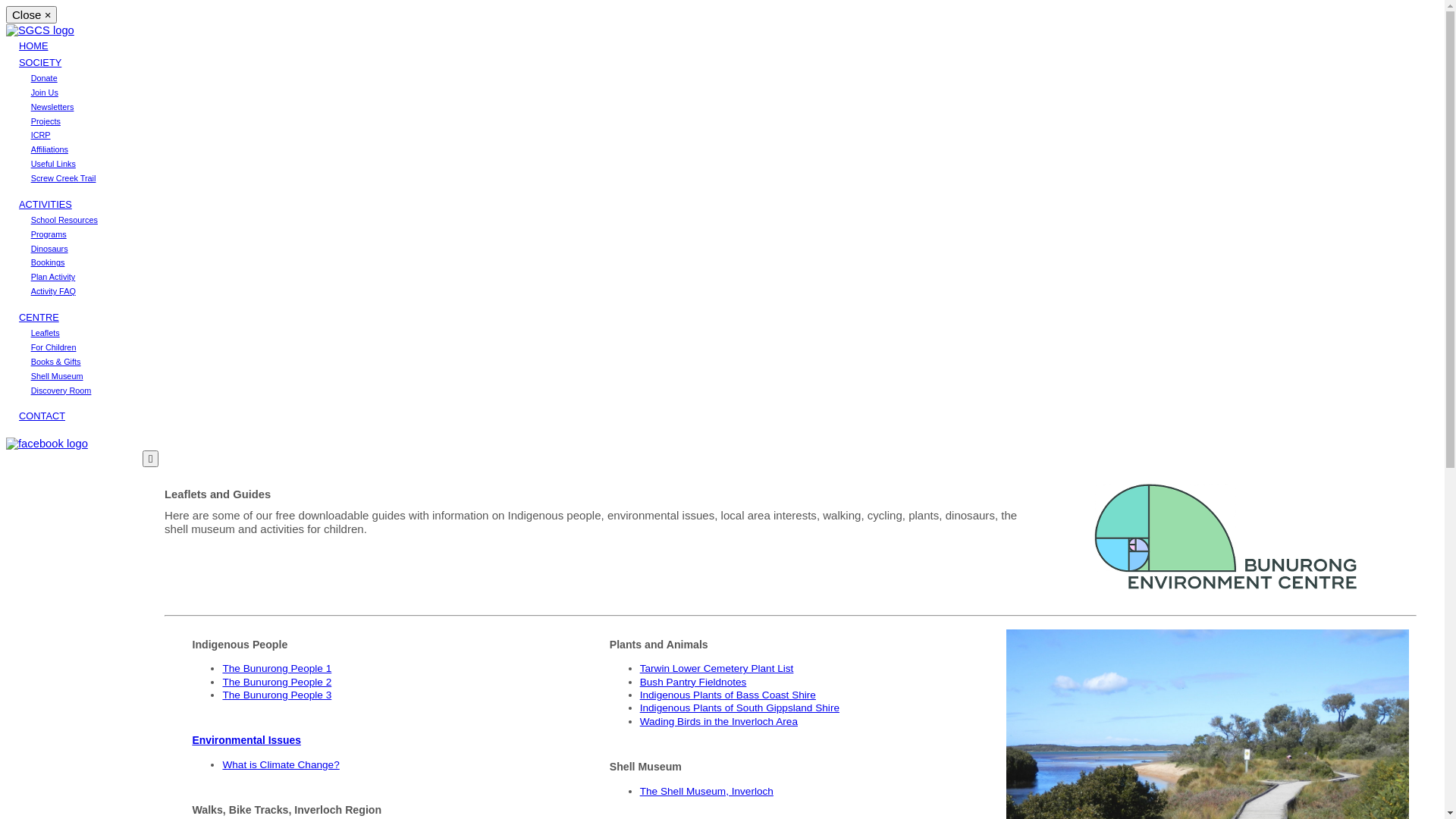 The image size is (1456, 819). What do you see at coordinates (728, 695) in the screenshot?
I see `'Indigenous Plants of Bass Coast Shire'` at bounding box center [728, 695].